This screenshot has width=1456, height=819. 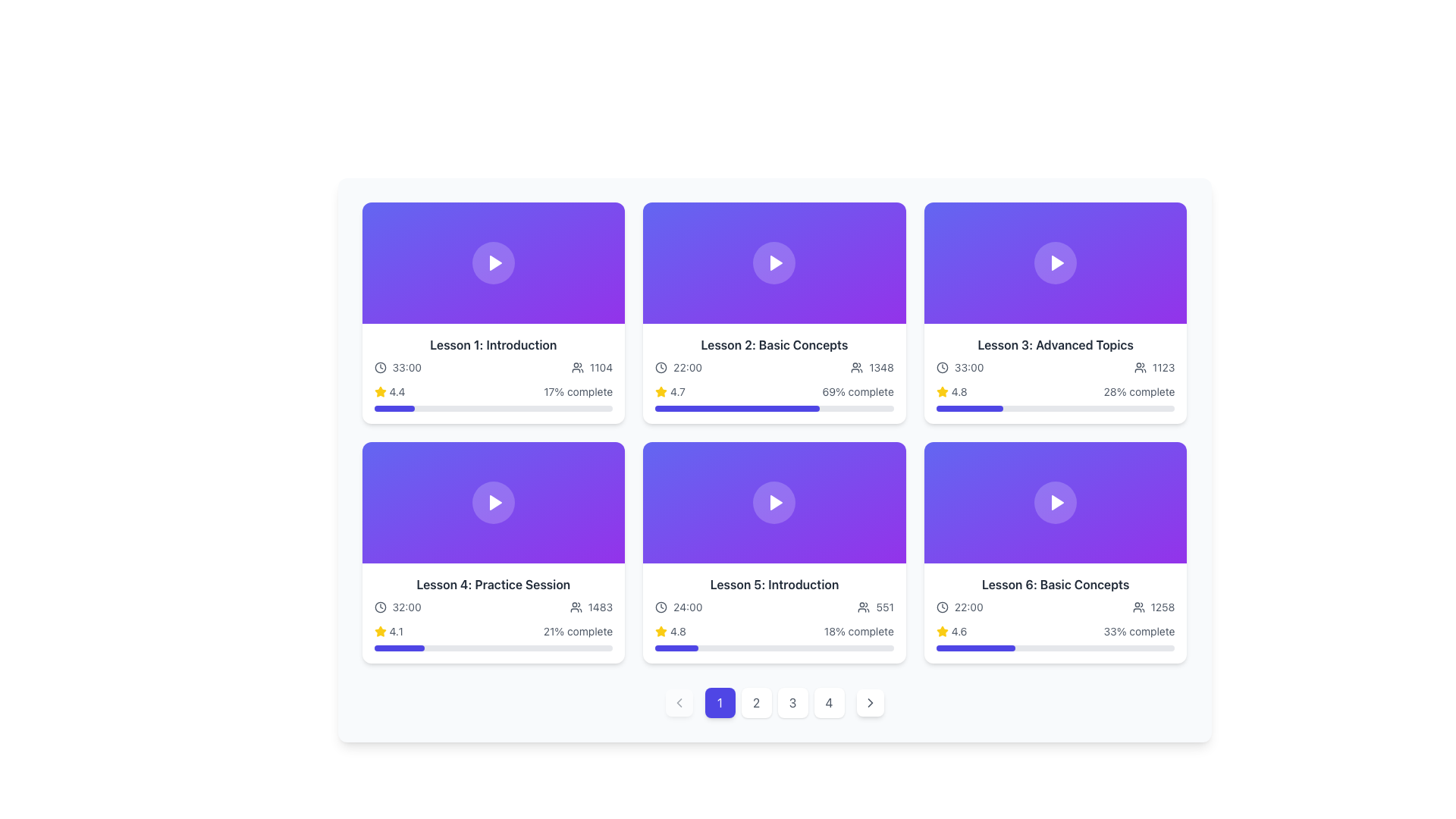 I want to click on the progress indicator for 'Lesson 1: Introduction', which is located below the rating star and above the text '17% complete', so click(x=394, y=408).